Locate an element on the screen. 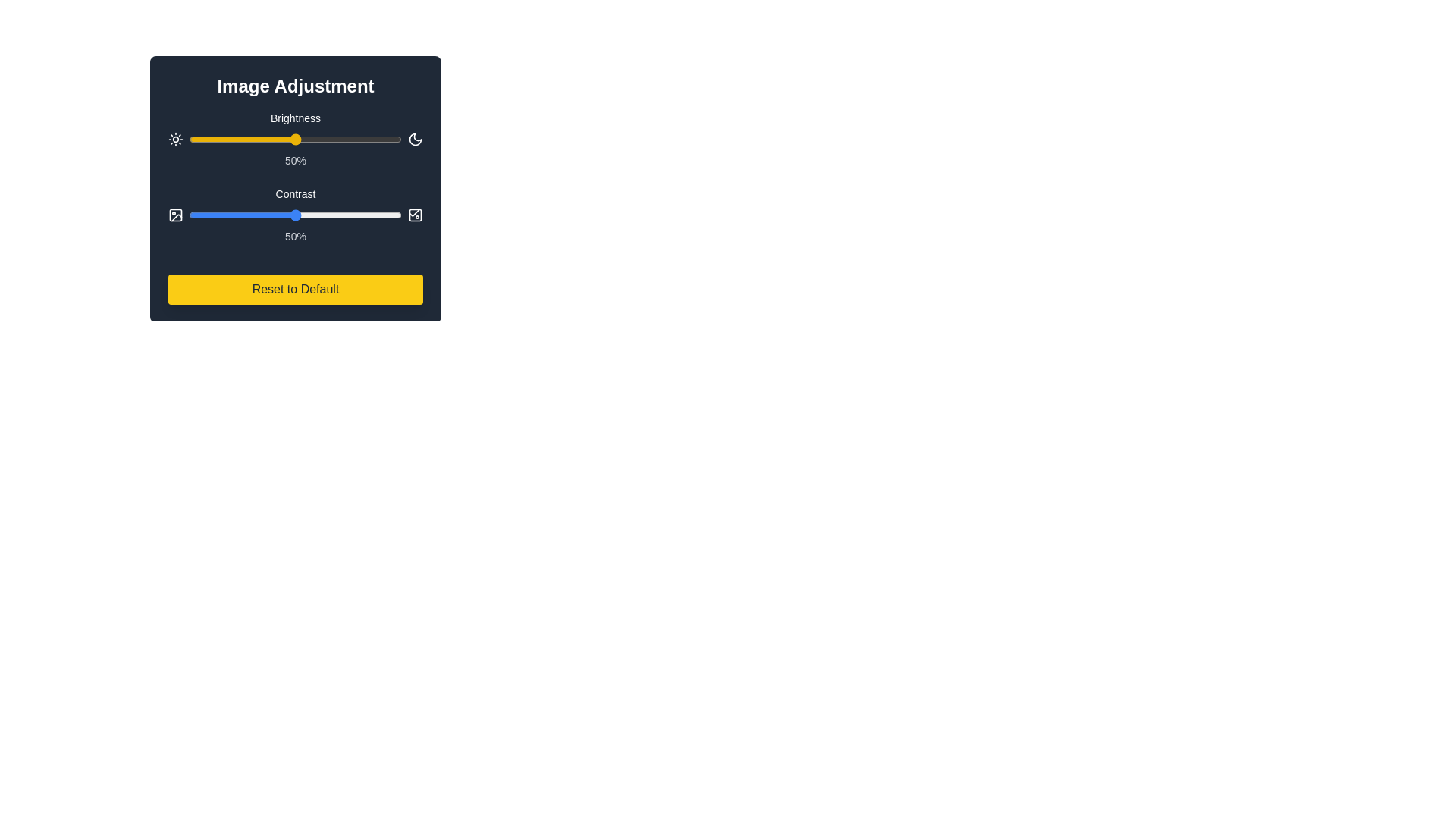 This screenshot has width=1456, height=819. the contrast level is located at coordinates (263, 215).